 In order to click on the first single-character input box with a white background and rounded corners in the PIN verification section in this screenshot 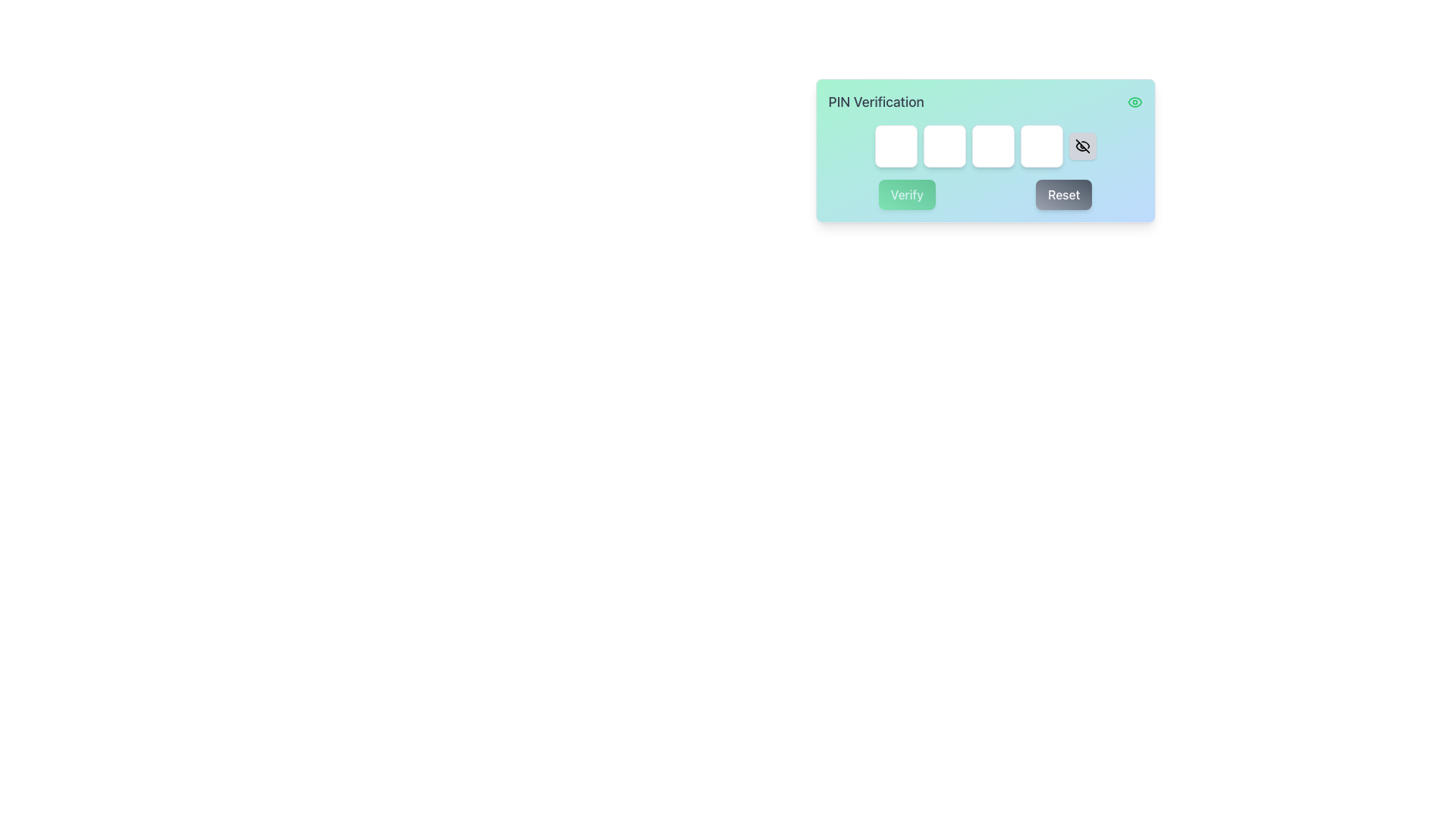, I will do `click(896, 146)`.